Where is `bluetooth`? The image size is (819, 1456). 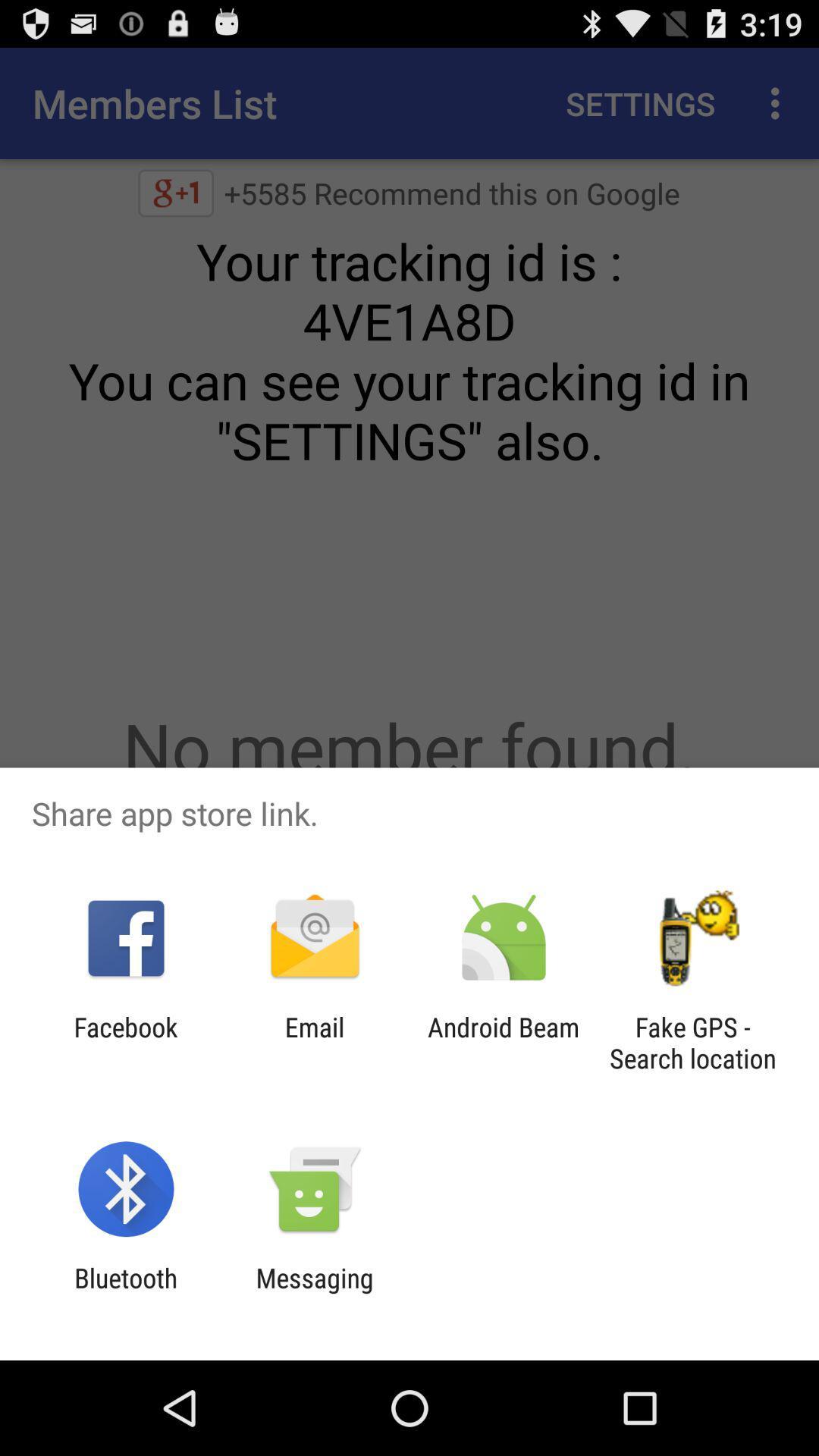 bluetooth is located at coordinates (125, 1293).